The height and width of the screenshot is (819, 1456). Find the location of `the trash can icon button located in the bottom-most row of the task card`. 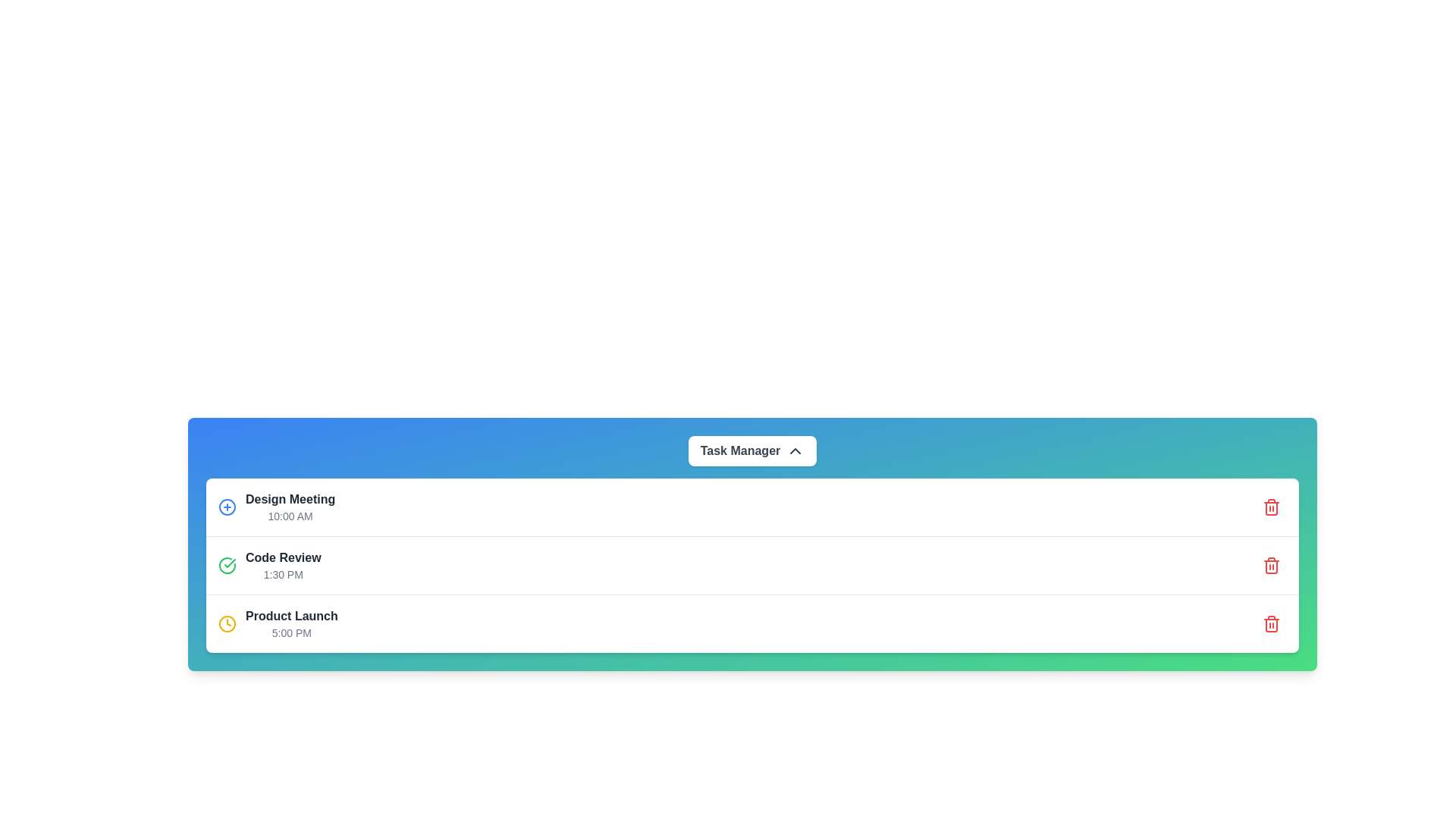

the trash can icon button located in the bottom-most row of the task card is located at coordinates (1271, 623).